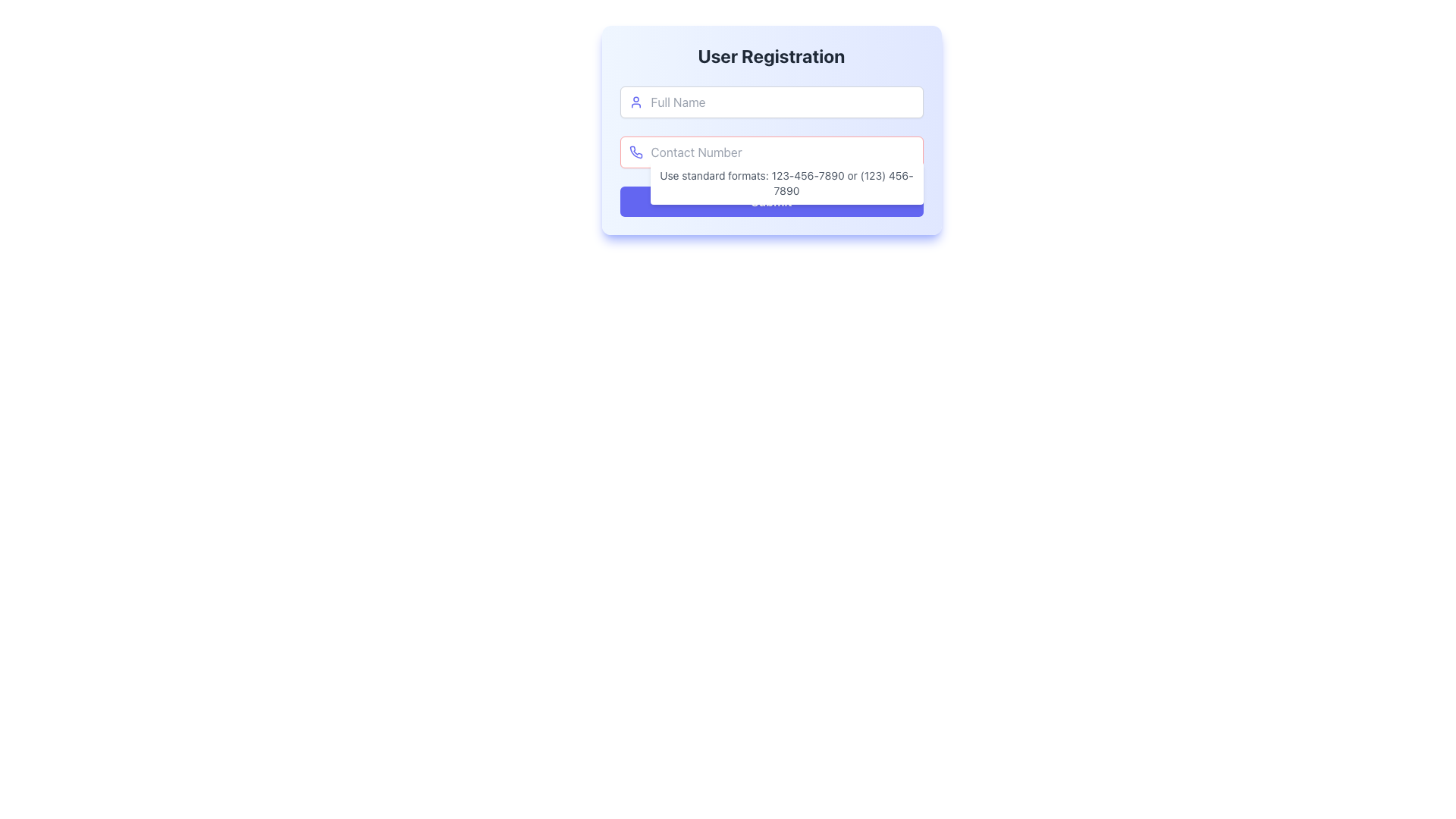 This screenshot has height=819, width=1456. Describe the element at coordinates (771, 55) in the screenshot. I see `the Header Text element that serves as the title for the user registration form, indicating the form's purpose` at that location.